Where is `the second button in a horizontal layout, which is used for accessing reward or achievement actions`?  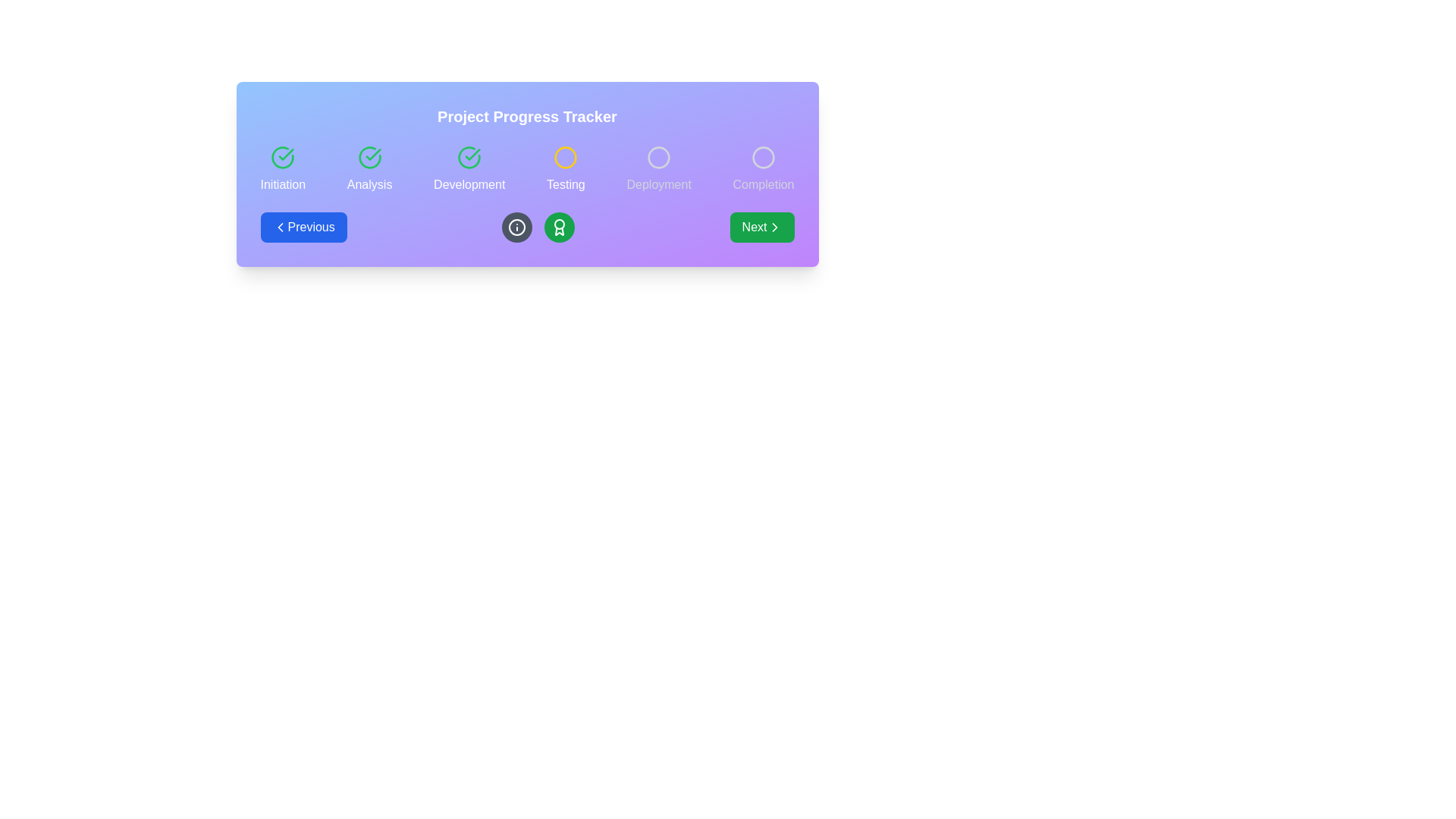
the second button in a horizontal layout, which is used for accessing reward or achievement actions is located at coordinates (559, 227).